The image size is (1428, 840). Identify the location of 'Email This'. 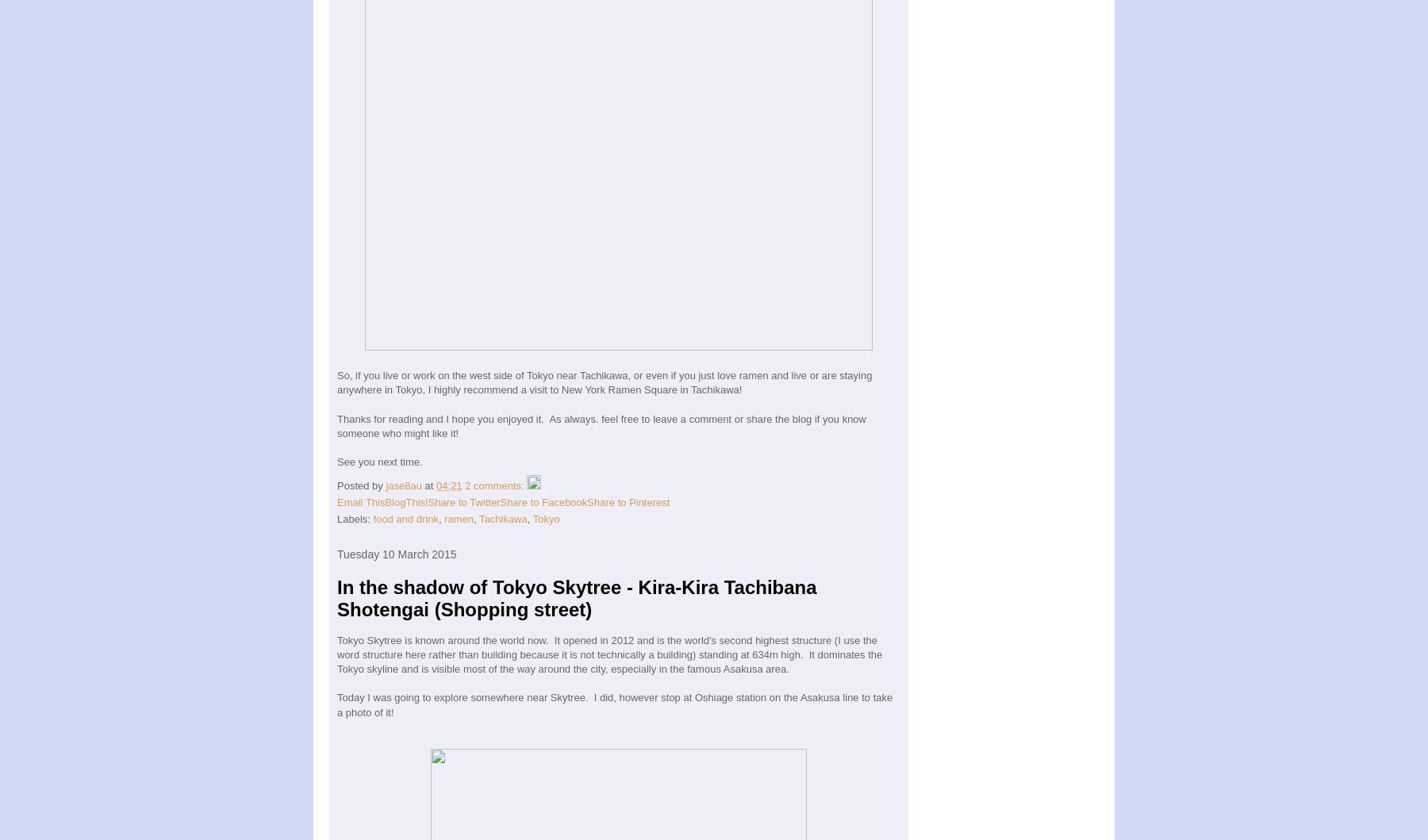
(360, 501).